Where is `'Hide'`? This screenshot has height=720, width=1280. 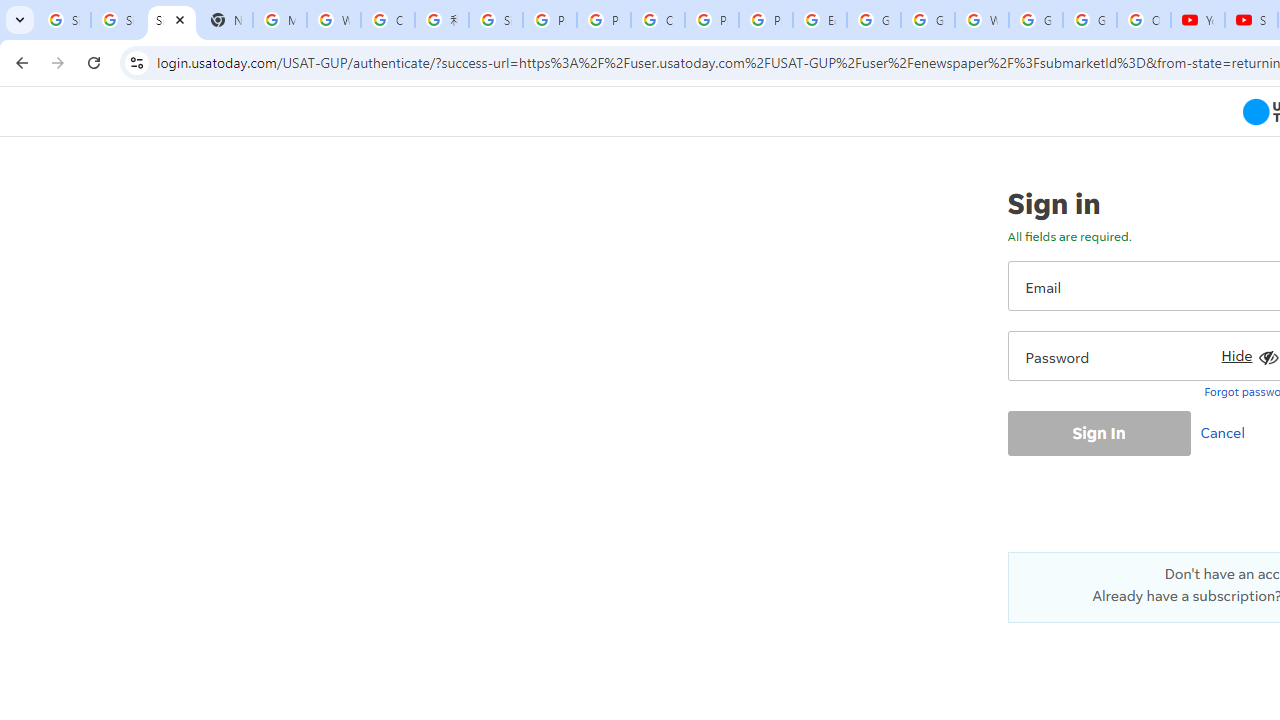 'Hide' is located at coordinates (1246, 351).